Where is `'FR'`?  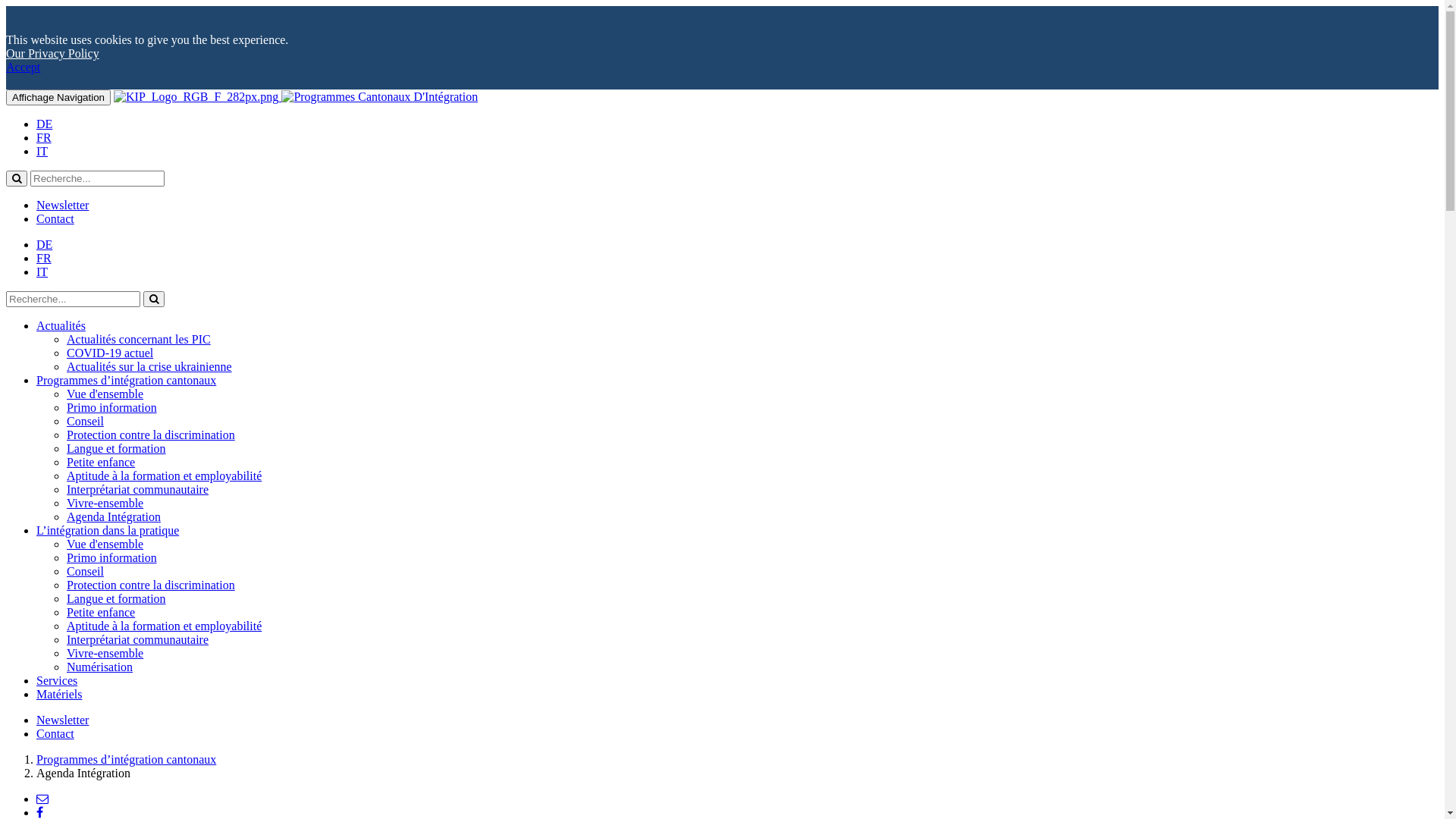
'FR' is located at coordinates (43, 257).